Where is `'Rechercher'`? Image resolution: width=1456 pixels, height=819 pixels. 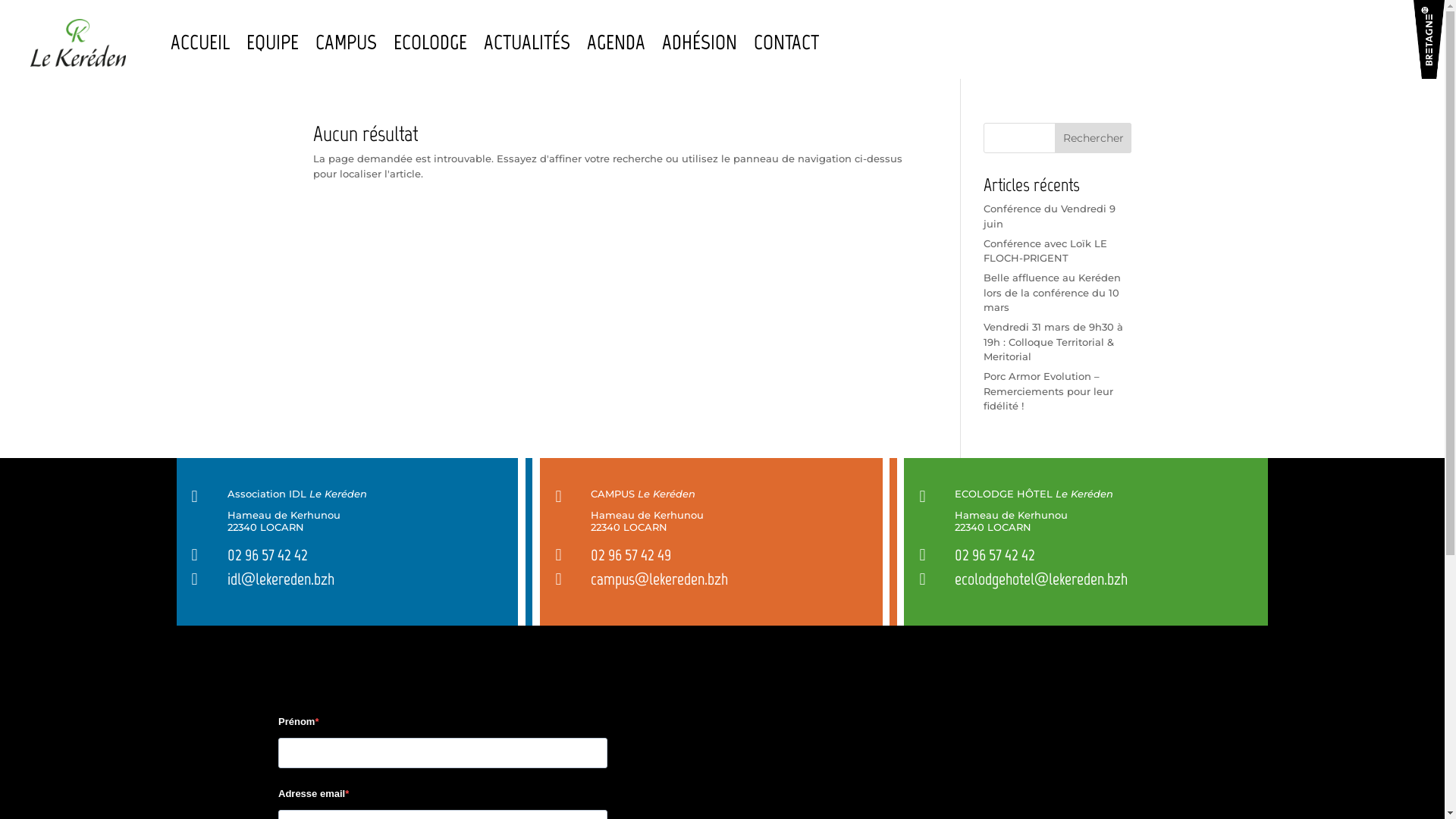 'Rechercher' is located at coordinates (1054, 137).